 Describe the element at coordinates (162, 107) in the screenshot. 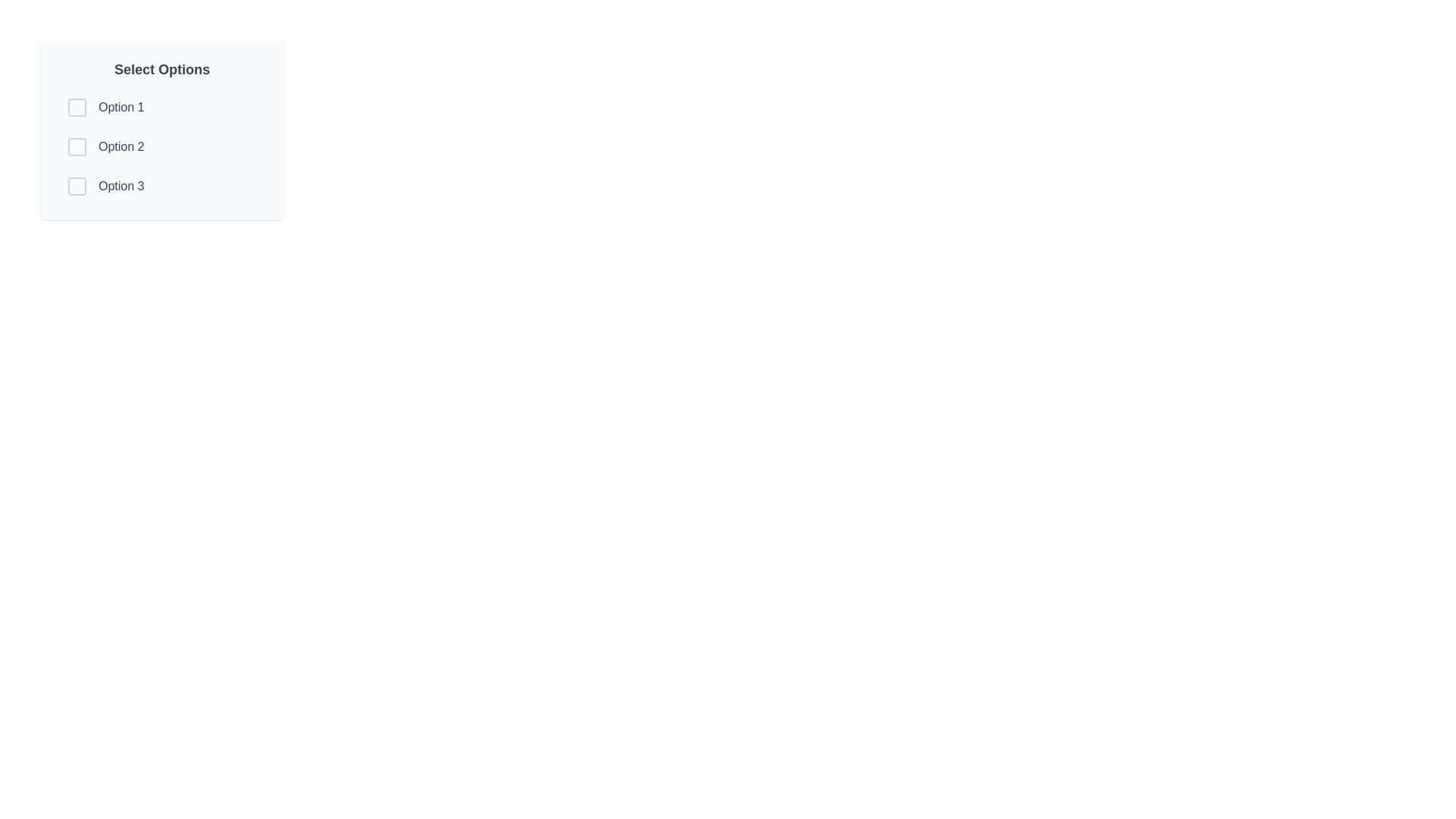

I see `the checkbox labeled 'Option 1'` at that location.